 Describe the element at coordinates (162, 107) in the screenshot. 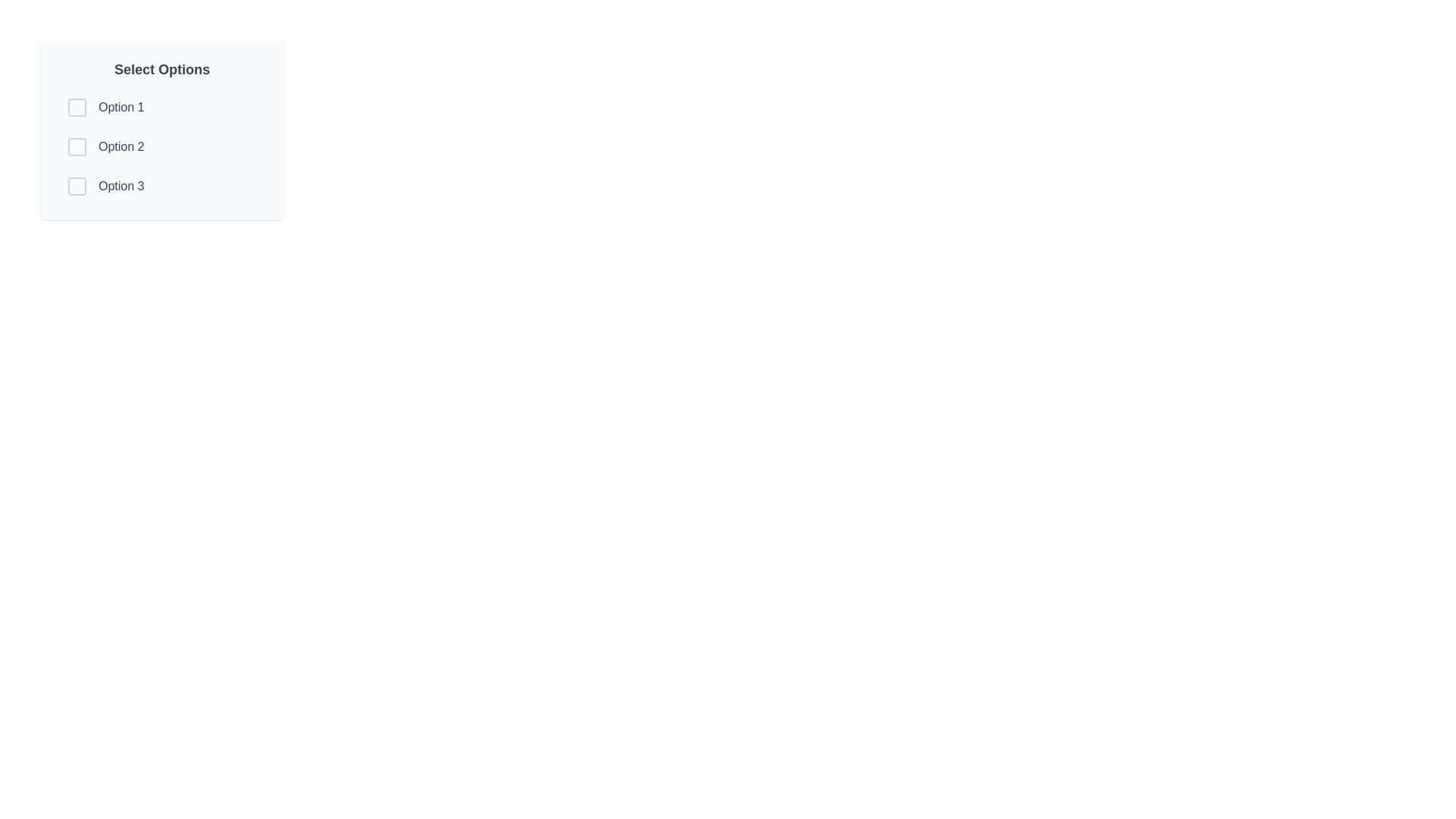

I see `the checkbox labeled 'Option 1'` at that location.